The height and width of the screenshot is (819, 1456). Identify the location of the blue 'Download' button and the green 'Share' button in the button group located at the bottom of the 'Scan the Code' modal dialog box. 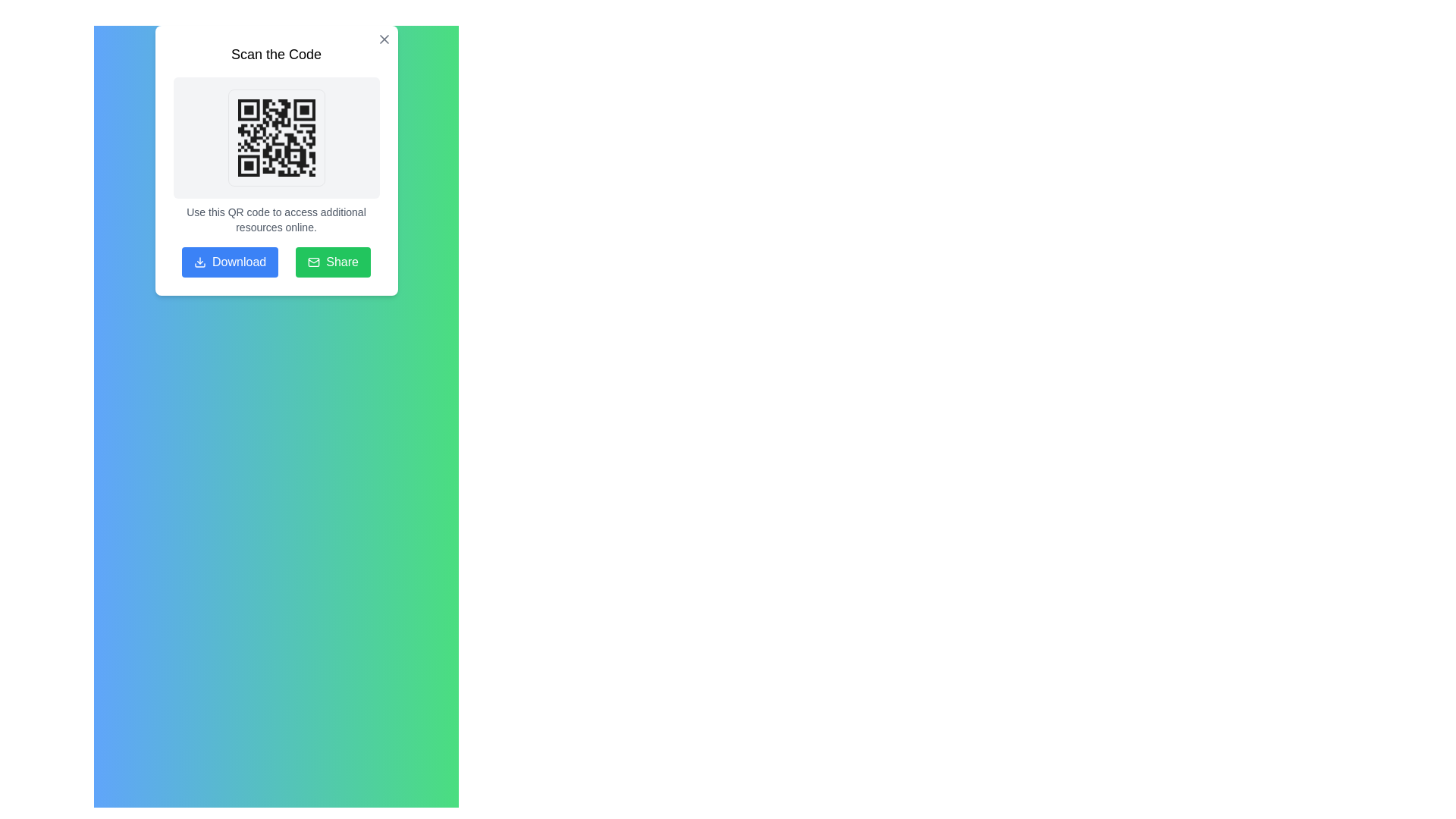
(276, 262).